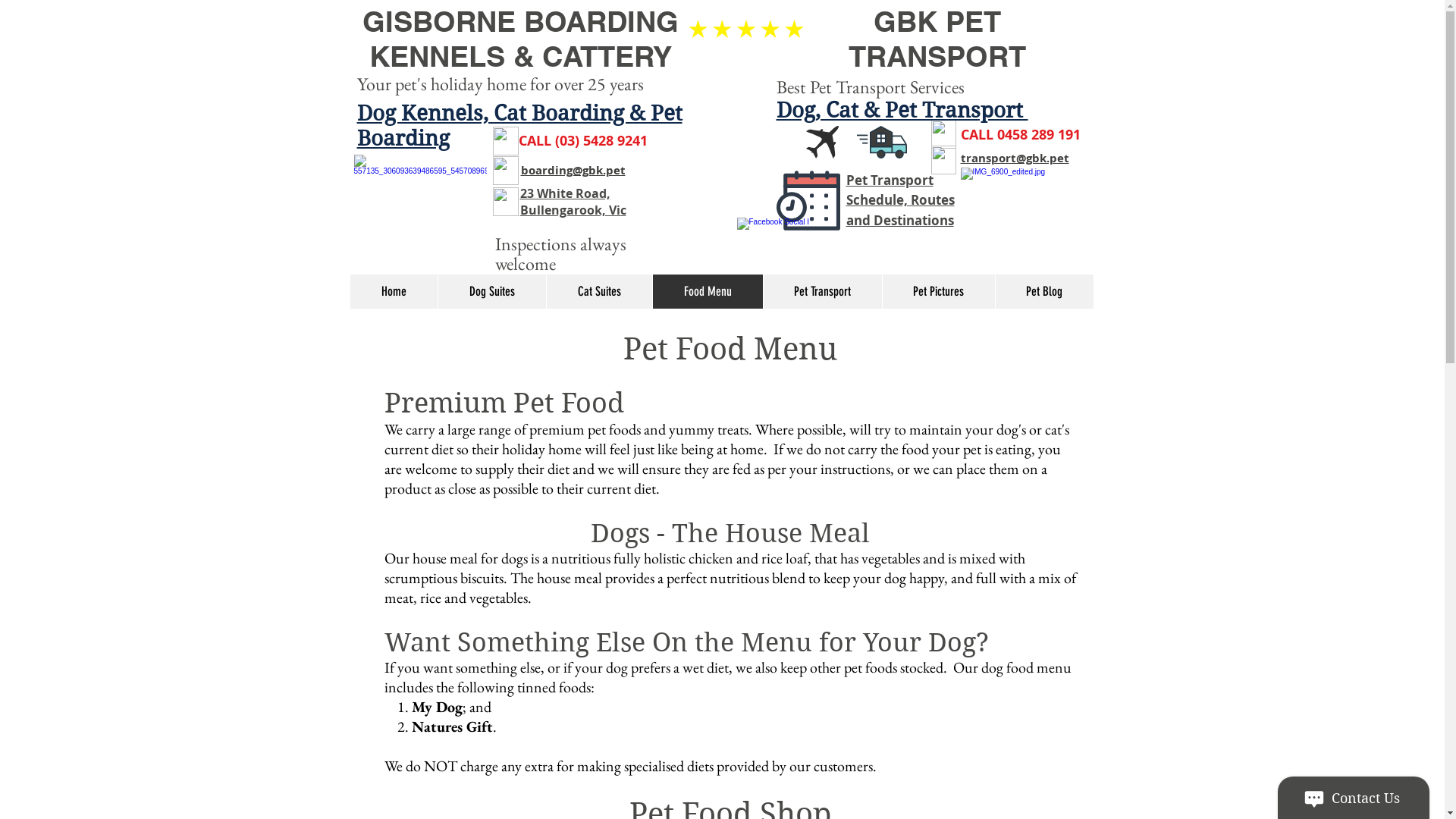  What do you see at coordinates (902, 109) in the screenshot?
I see `'Dog, Cat & Pet Transport '` at bounding box center [902, 109].